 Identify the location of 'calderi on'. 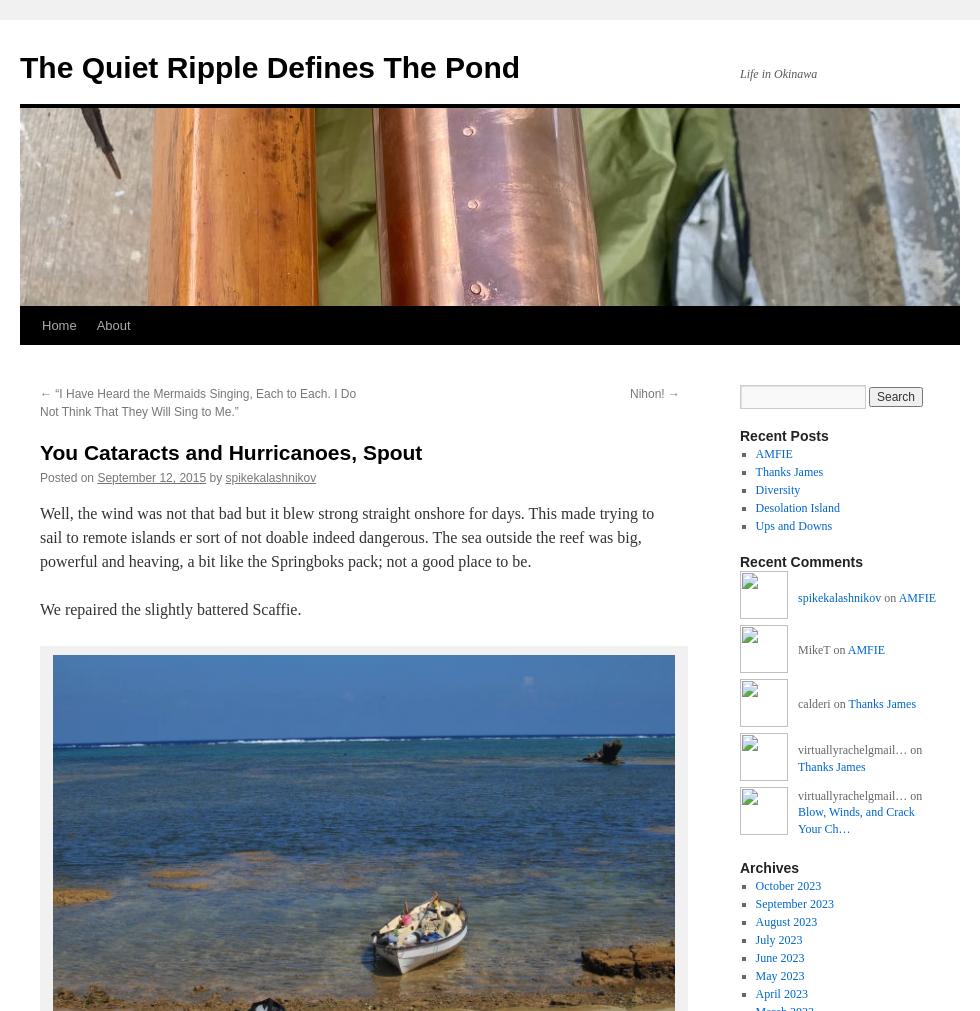
(823, 702).